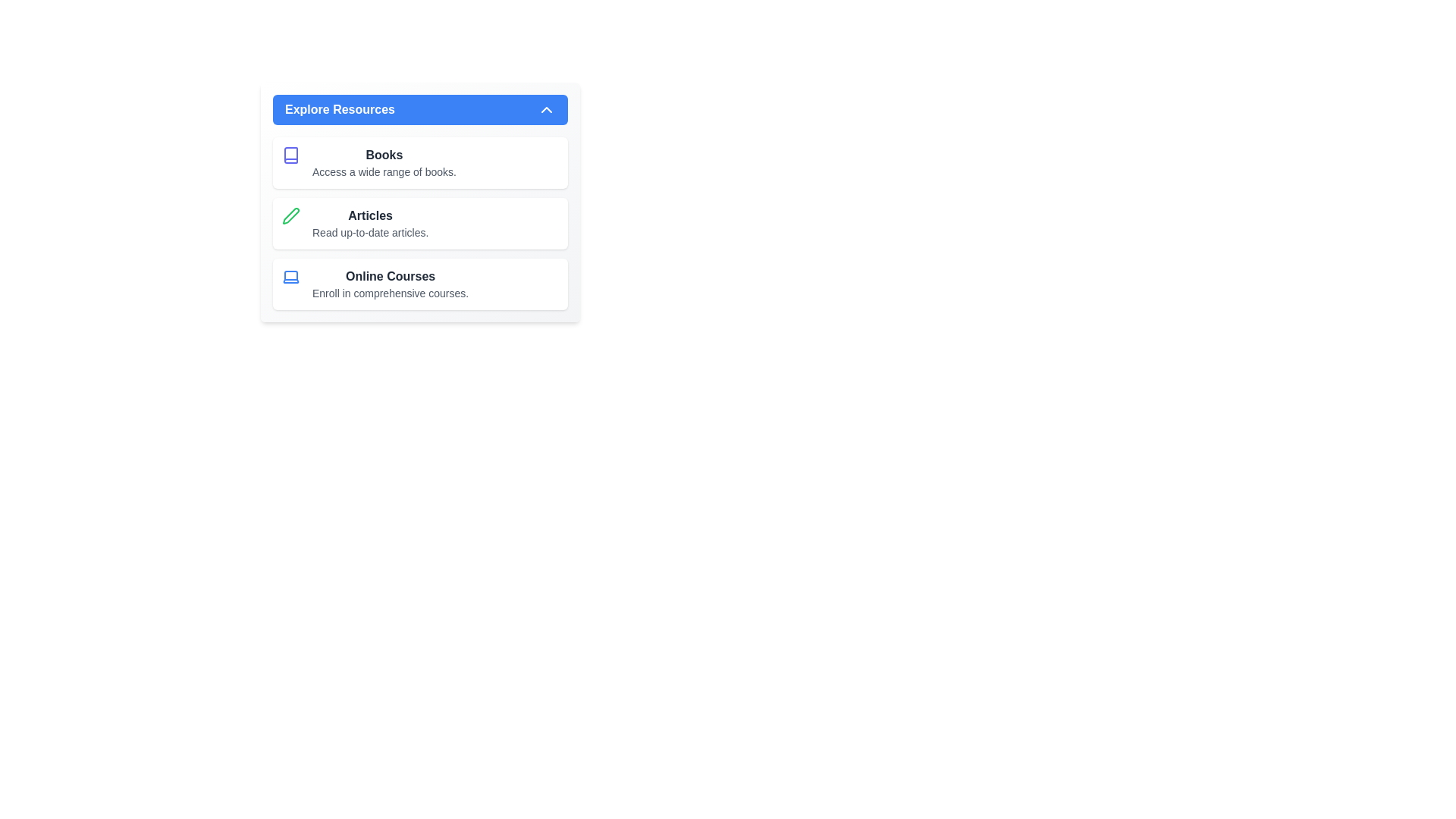  What do you see at coordinates (420, 223) in the screenshot?
I see `the second card in the 'Explore Resources' section, which is positioned between the 'Books' card and the 'Online Courses' card` at bounding box center [420, 223].